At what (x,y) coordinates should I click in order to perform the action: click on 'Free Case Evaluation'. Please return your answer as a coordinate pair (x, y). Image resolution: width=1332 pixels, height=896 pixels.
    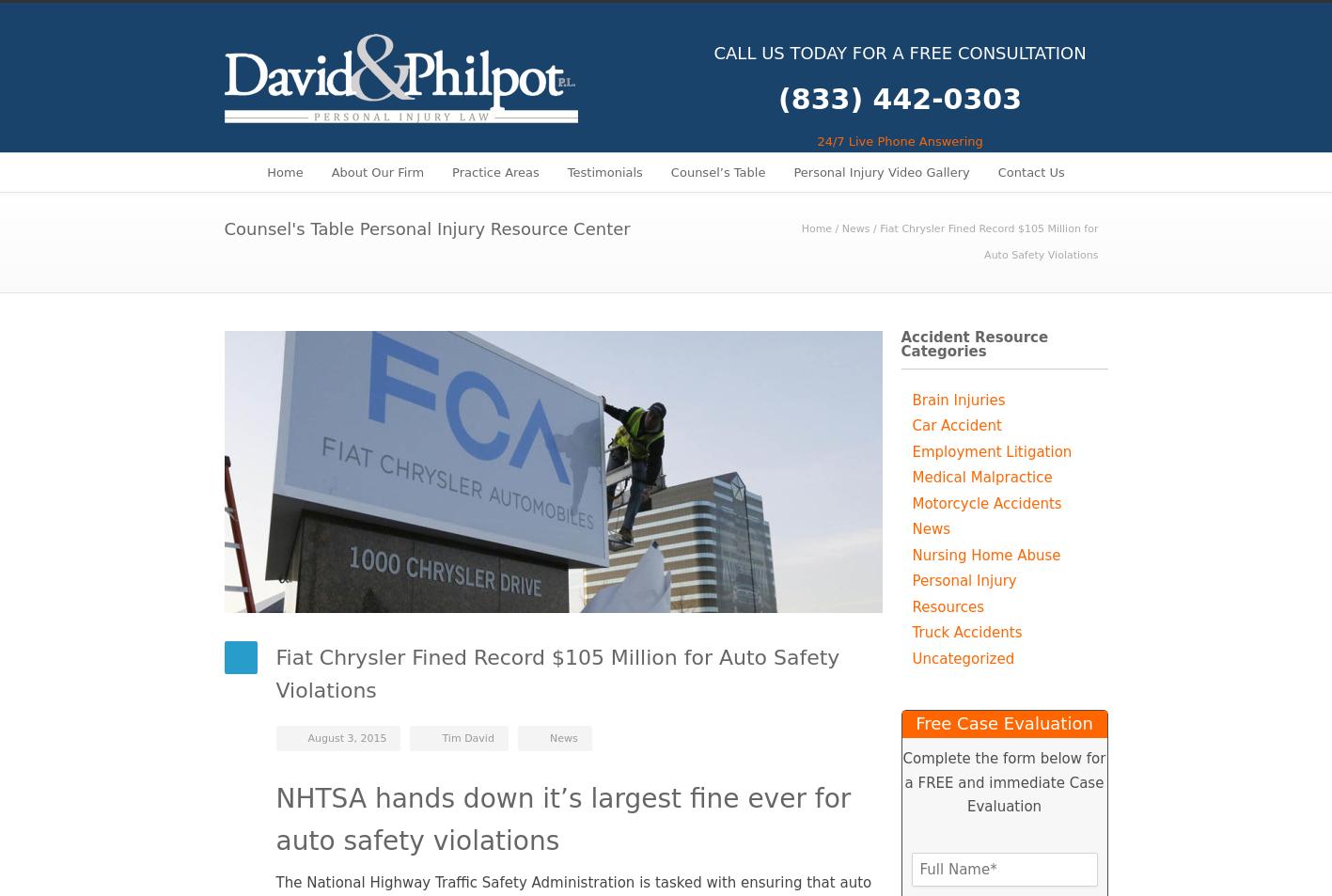
    Looking at the image, I should click on (1003, 723).